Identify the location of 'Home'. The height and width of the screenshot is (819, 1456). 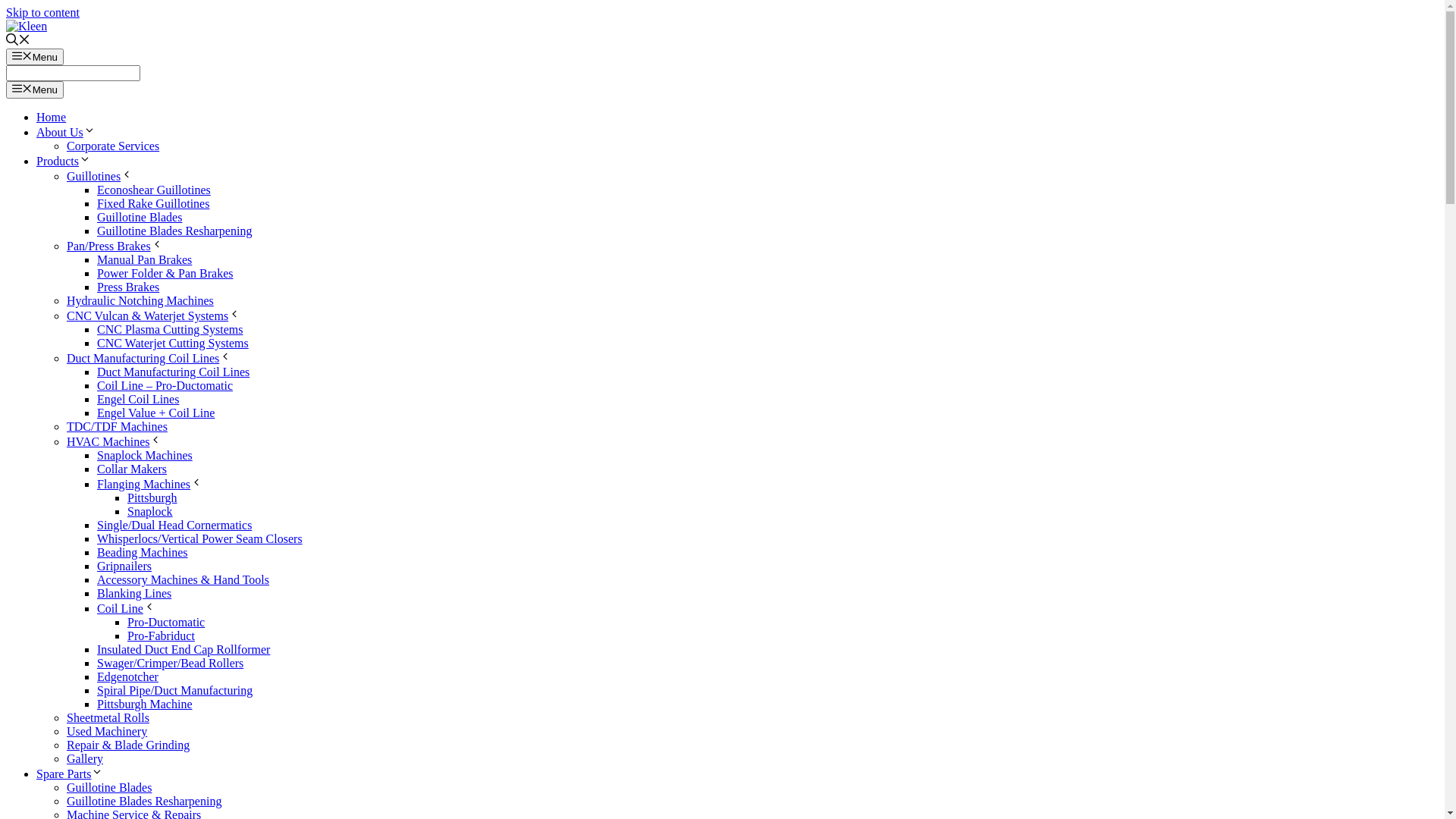
(51, 116).